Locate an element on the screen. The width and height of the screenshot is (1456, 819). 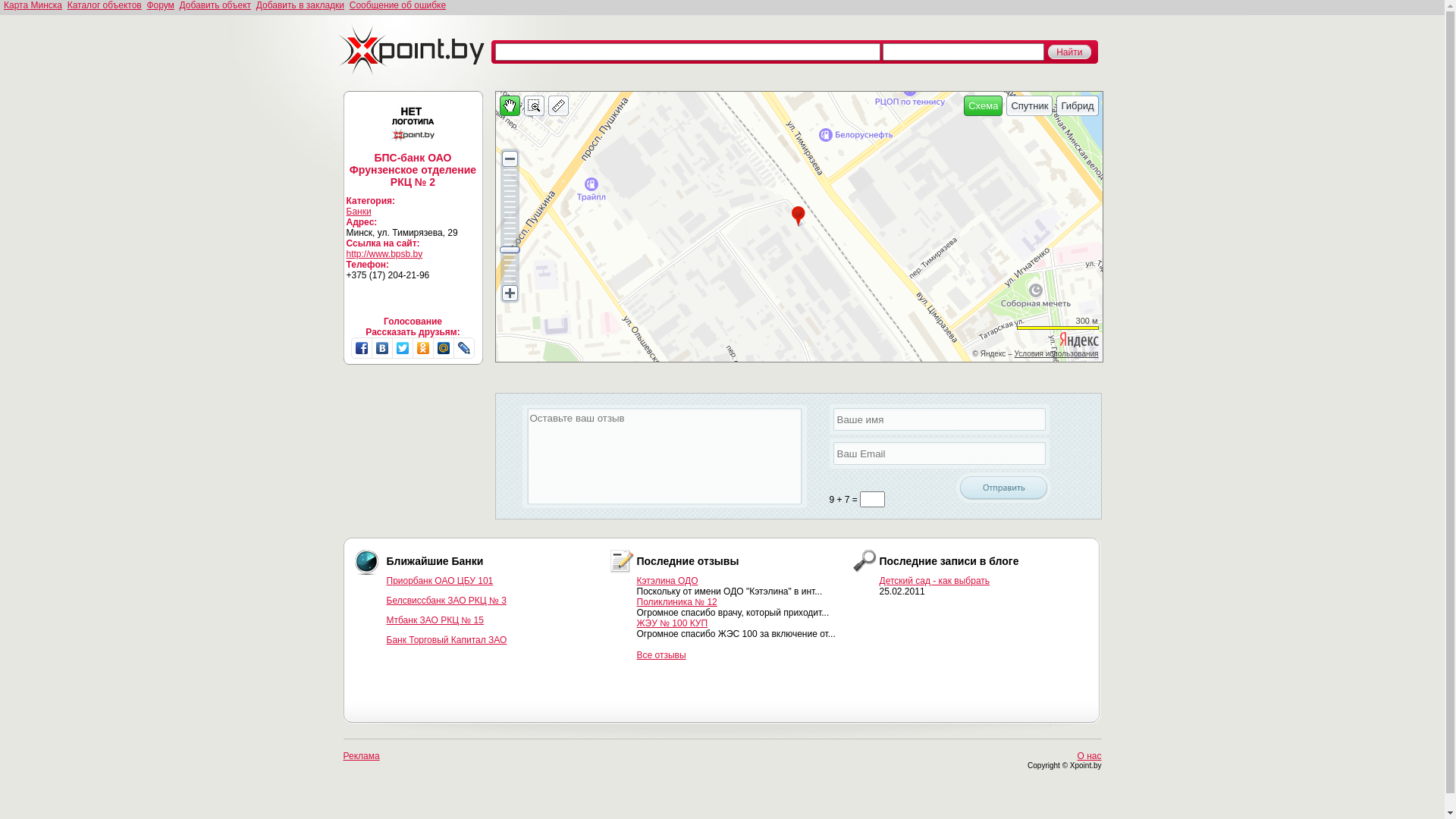
'Twitter' is located at coordinates (403, 348).